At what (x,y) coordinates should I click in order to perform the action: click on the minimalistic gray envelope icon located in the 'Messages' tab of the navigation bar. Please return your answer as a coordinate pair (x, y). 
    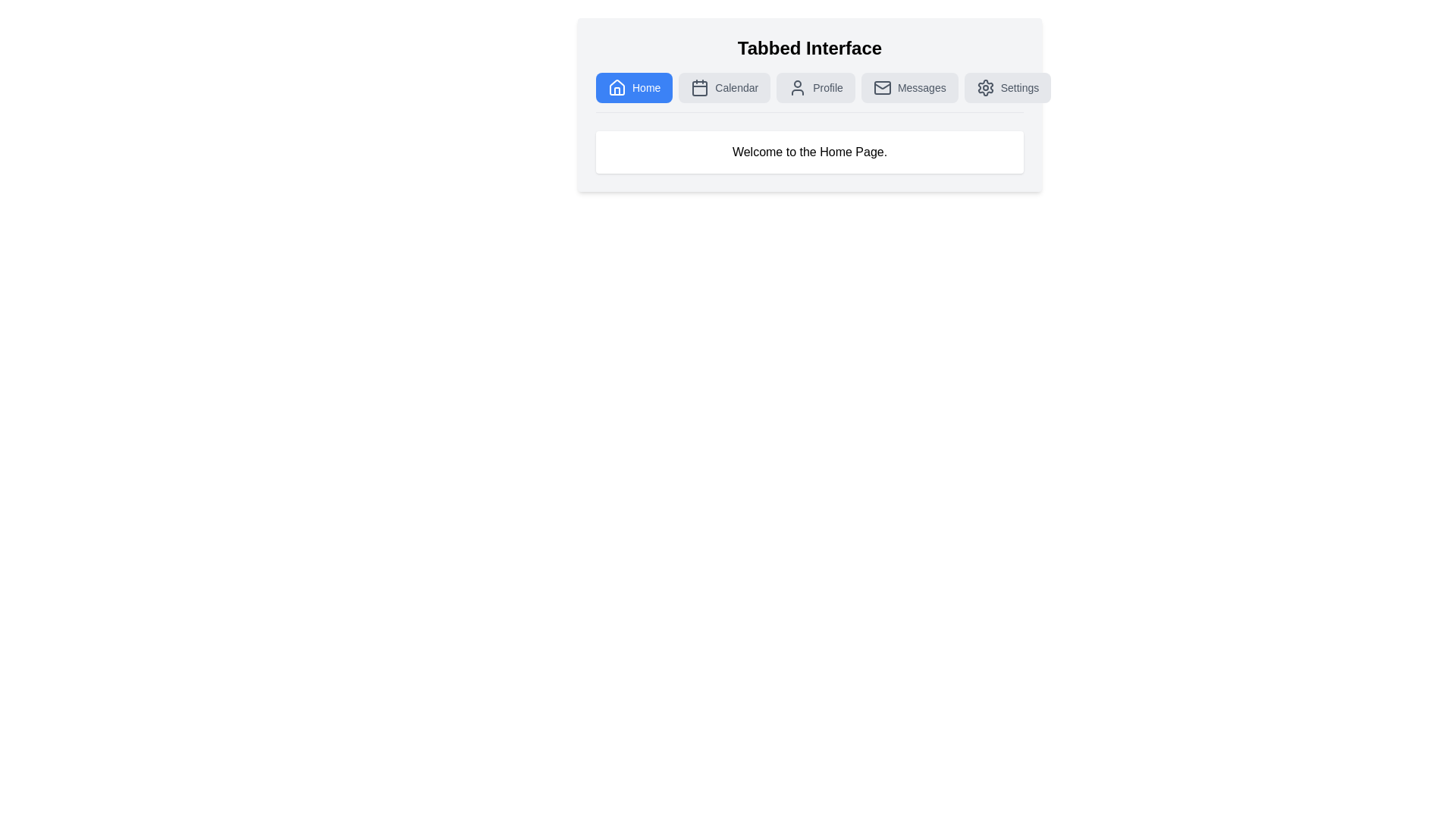
    Looking at the image, I should click on (882, 87).